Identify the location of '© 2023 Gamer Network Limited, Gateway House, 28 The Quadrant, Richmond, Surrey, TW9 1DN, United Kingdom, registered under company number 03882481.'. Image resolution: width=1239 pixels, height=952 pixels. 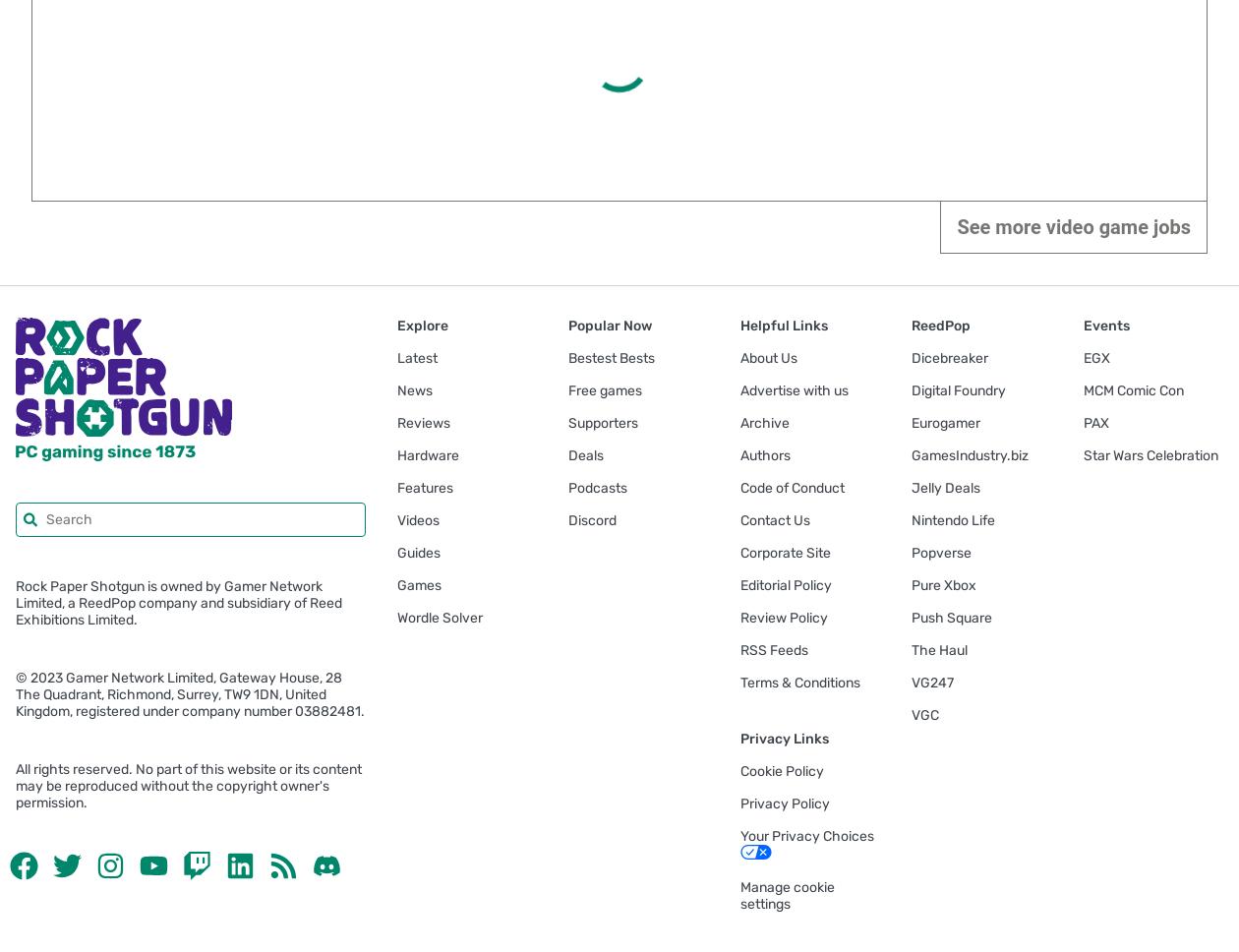
(190, 692).